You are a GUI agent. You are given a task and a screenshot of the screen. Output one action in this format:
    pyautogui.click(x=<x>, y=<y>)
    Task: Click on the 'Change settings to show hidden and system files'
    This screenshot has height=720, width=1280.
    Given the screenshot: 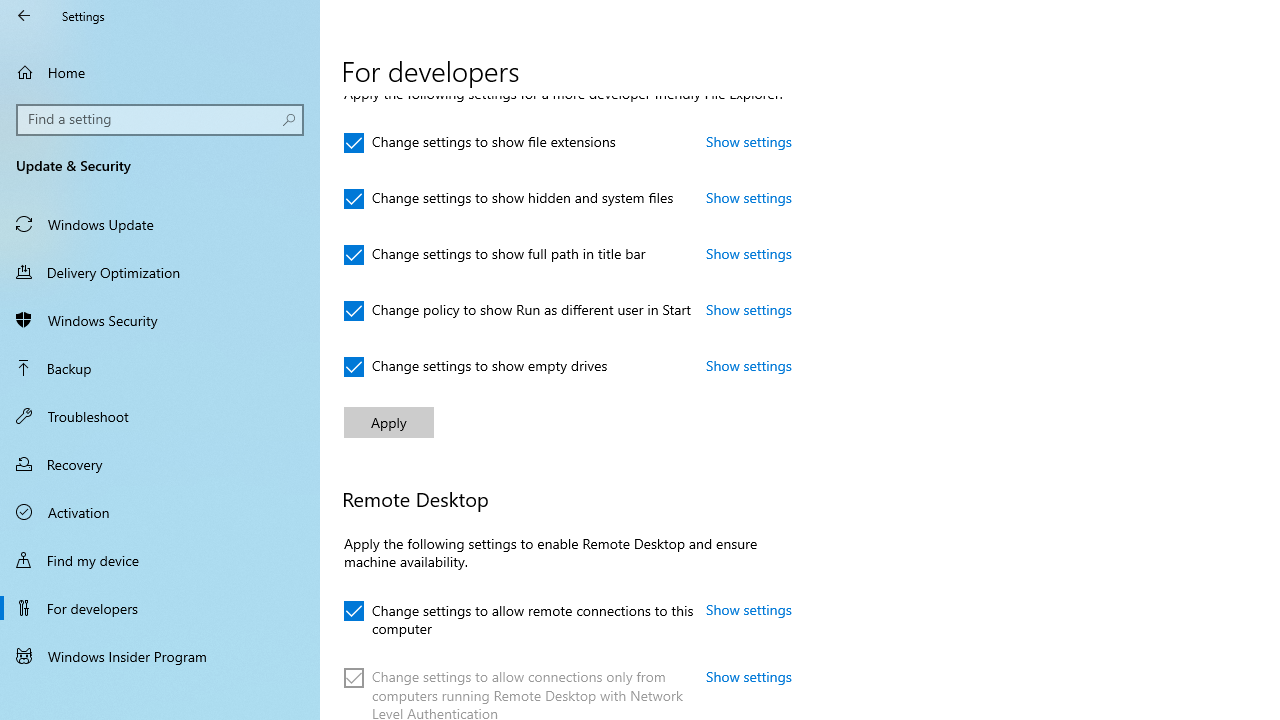 What is the action you would take?
    pyautogui.click(x=509, y=199)
    